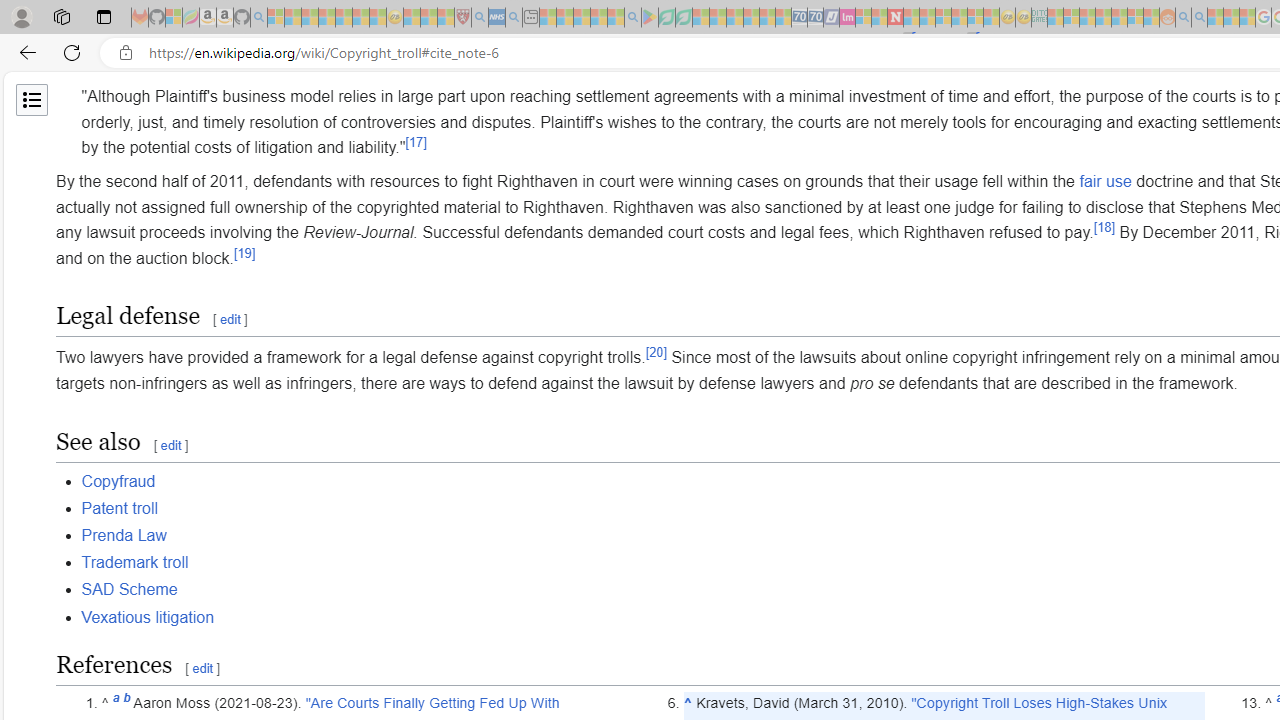 This screenshot has width=1280, height=720. What do you see at coordinates (128, 589) in the screenshot?
I see `'SAD Scheme'` at bounding box center [128, 589].